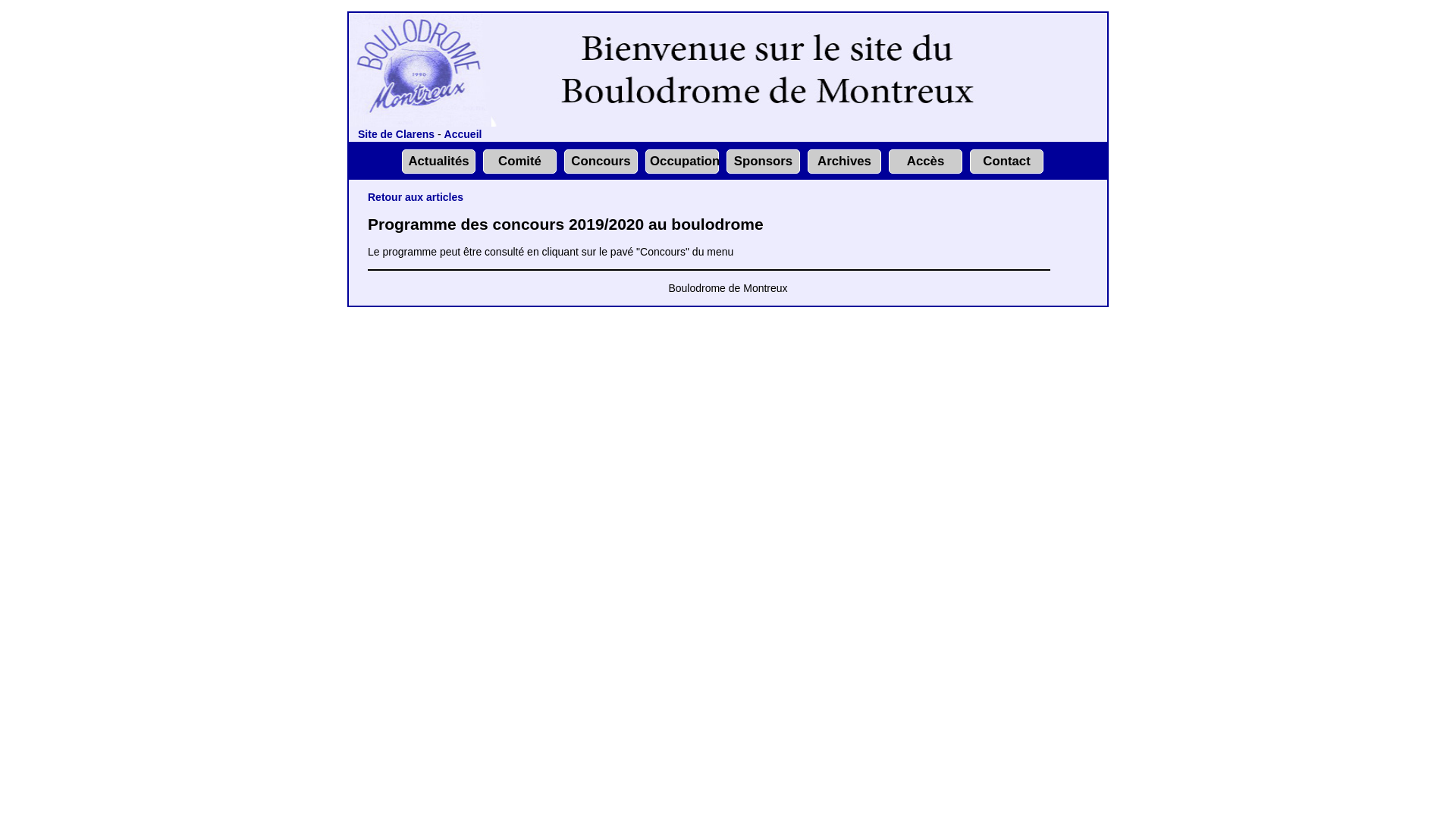 The width and height of the screenshot is (1456, 819). I want to click on 'Retour aux articles', so click(367, 196).